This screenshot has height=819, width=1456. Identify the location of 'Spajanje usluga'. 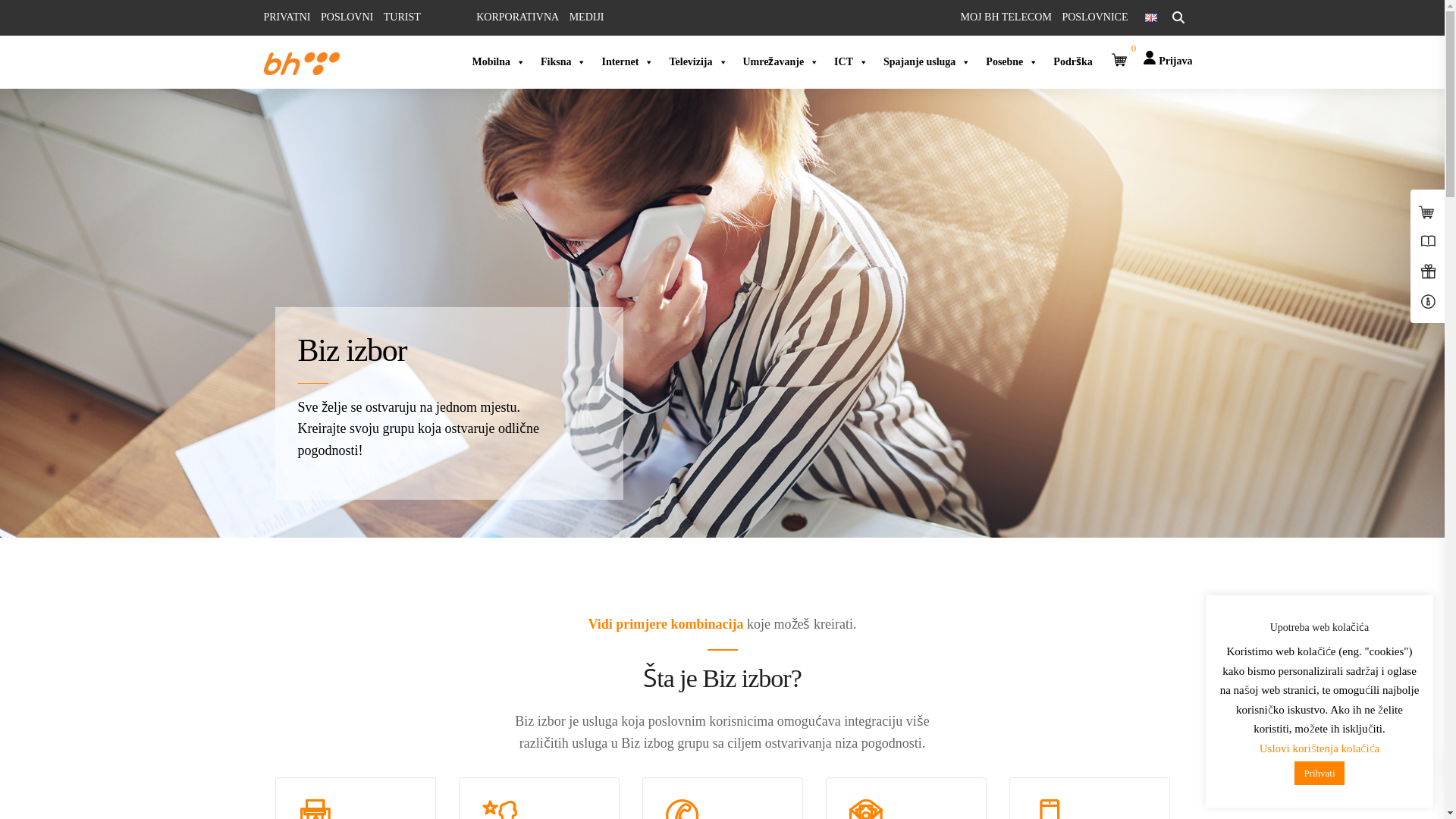
(926, 61).